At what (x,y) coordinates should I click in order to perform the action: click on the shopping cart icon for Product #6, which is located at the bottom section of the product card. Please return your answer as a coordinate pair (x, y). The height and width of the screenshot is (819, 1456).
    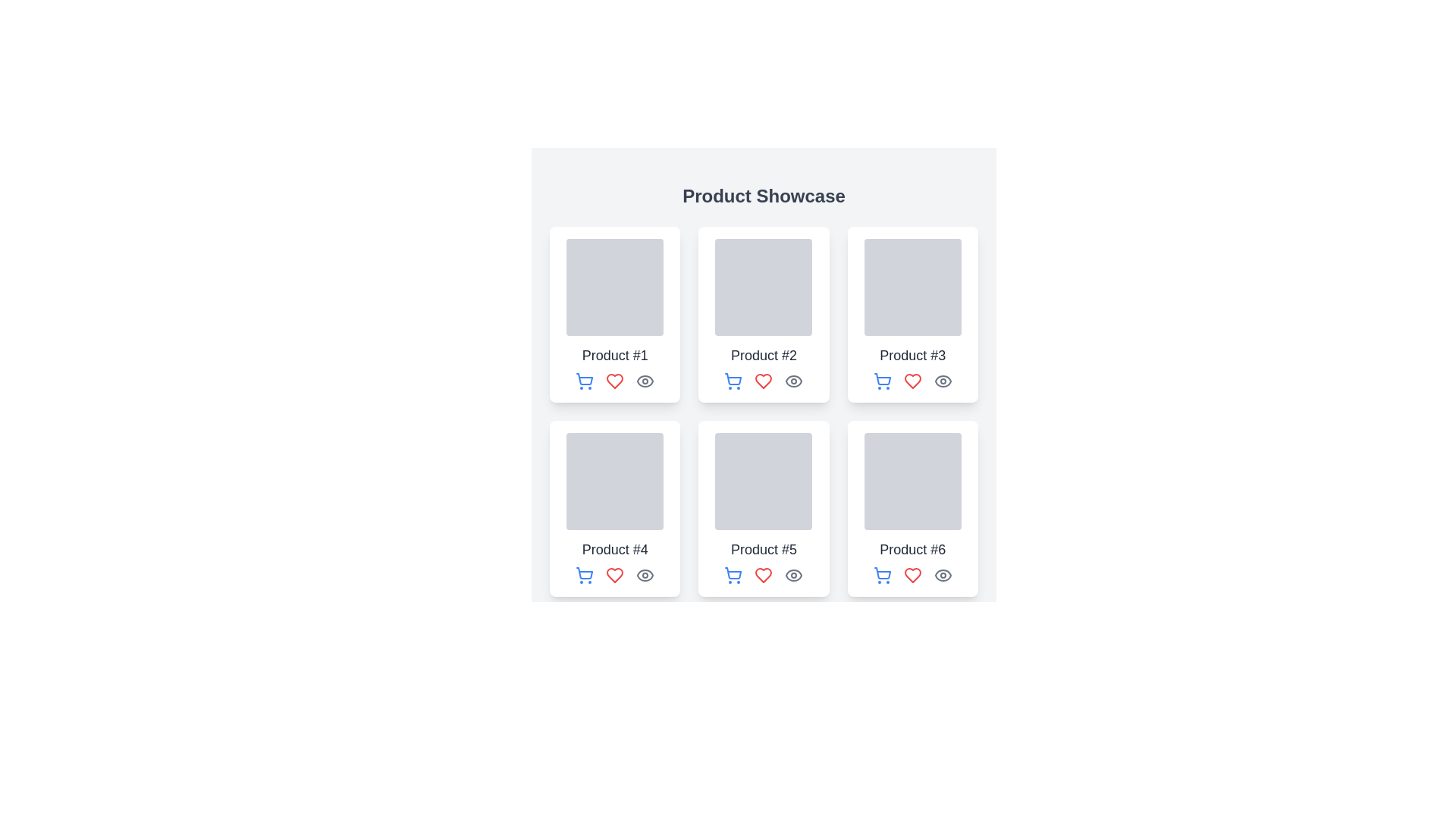
    Looking at the image, I should click on (882, 573).